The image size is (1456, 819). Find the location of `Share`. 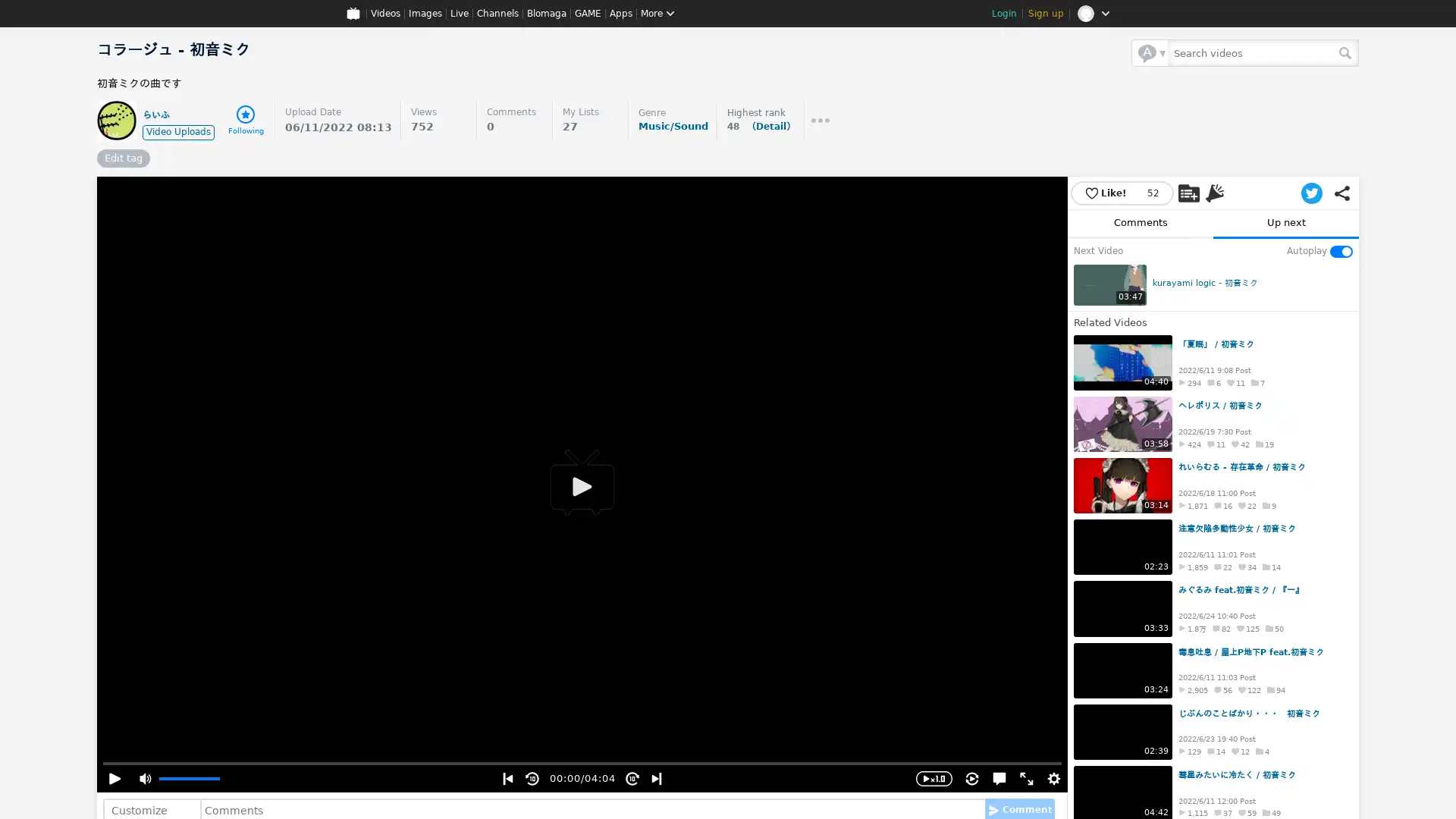

Share is located at coordinates (1342, 192).